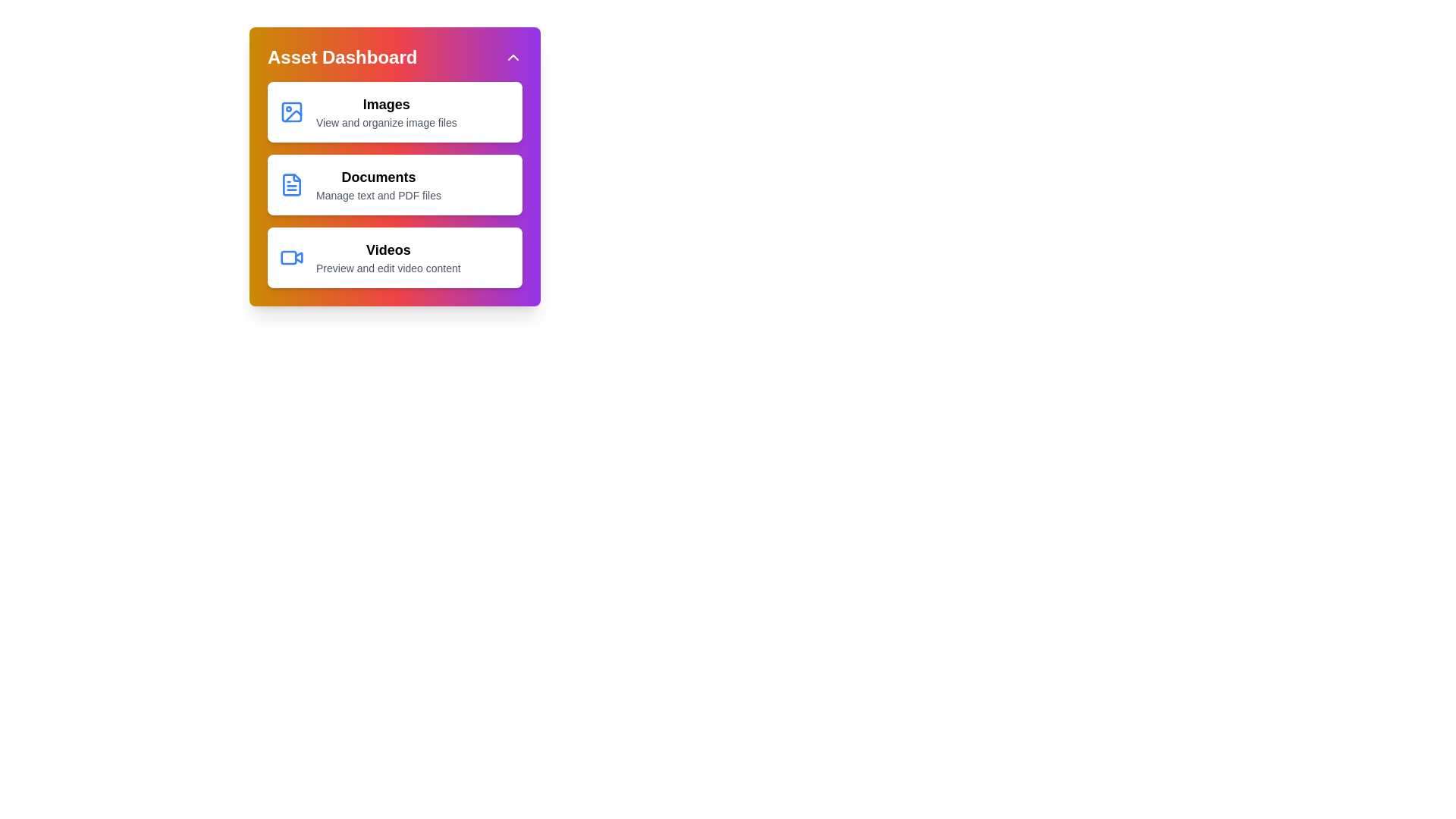 Image resolution: width=1456 pixels, height=819 pixels. Describe the element at coordinates (395, 184) in the screenshot. I see `the media item corresponding to Documents` at that location.